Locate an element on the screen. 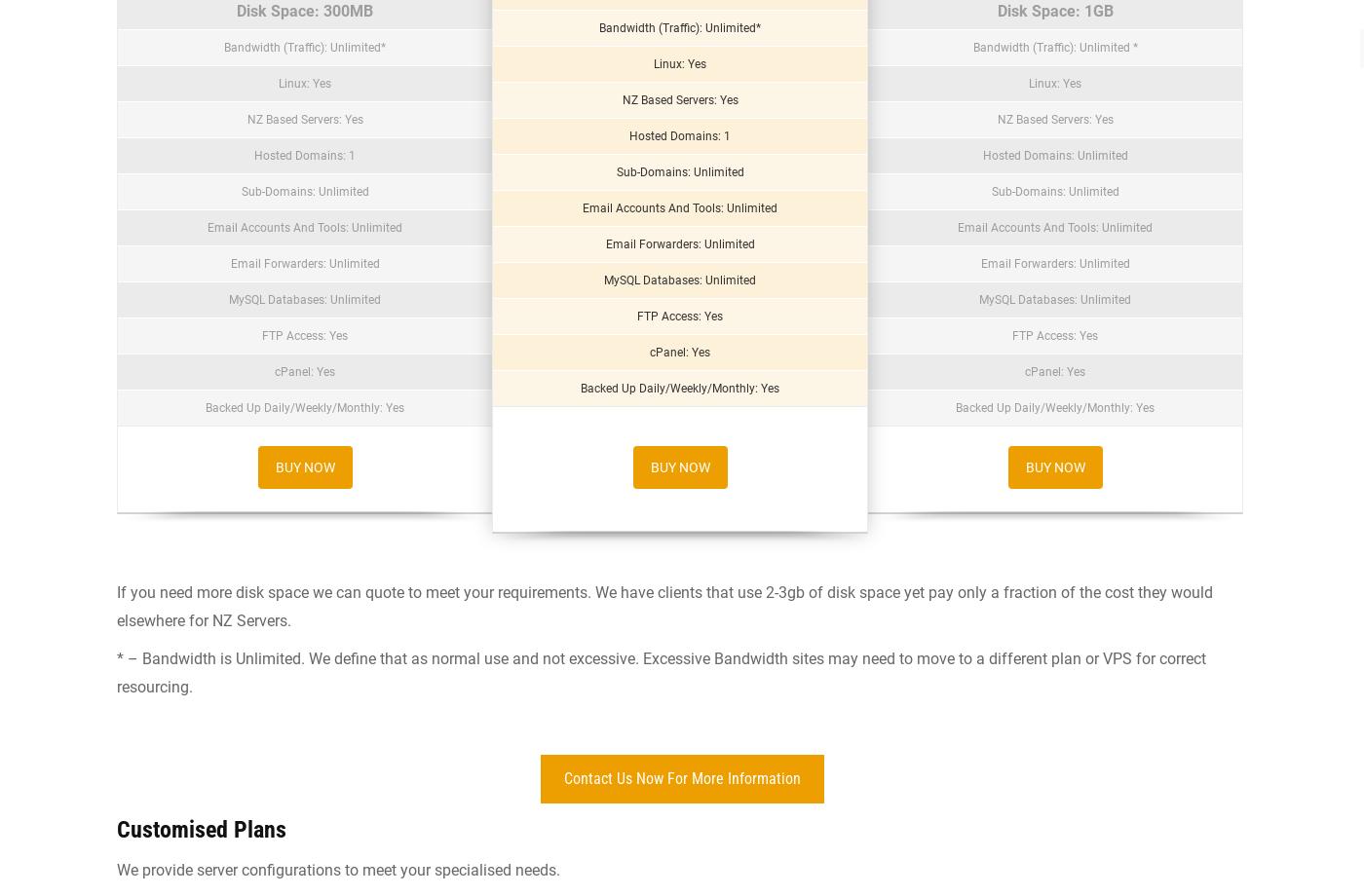 This screenshot has width=1364, height=896. 'If you need more disk space we can quote to meet your requirements. We have clients that use 2-3gb of disk space yet pay only a fraction of the cost they would elsewhere for NZ Servers.' is located at coordinates (664, 606).